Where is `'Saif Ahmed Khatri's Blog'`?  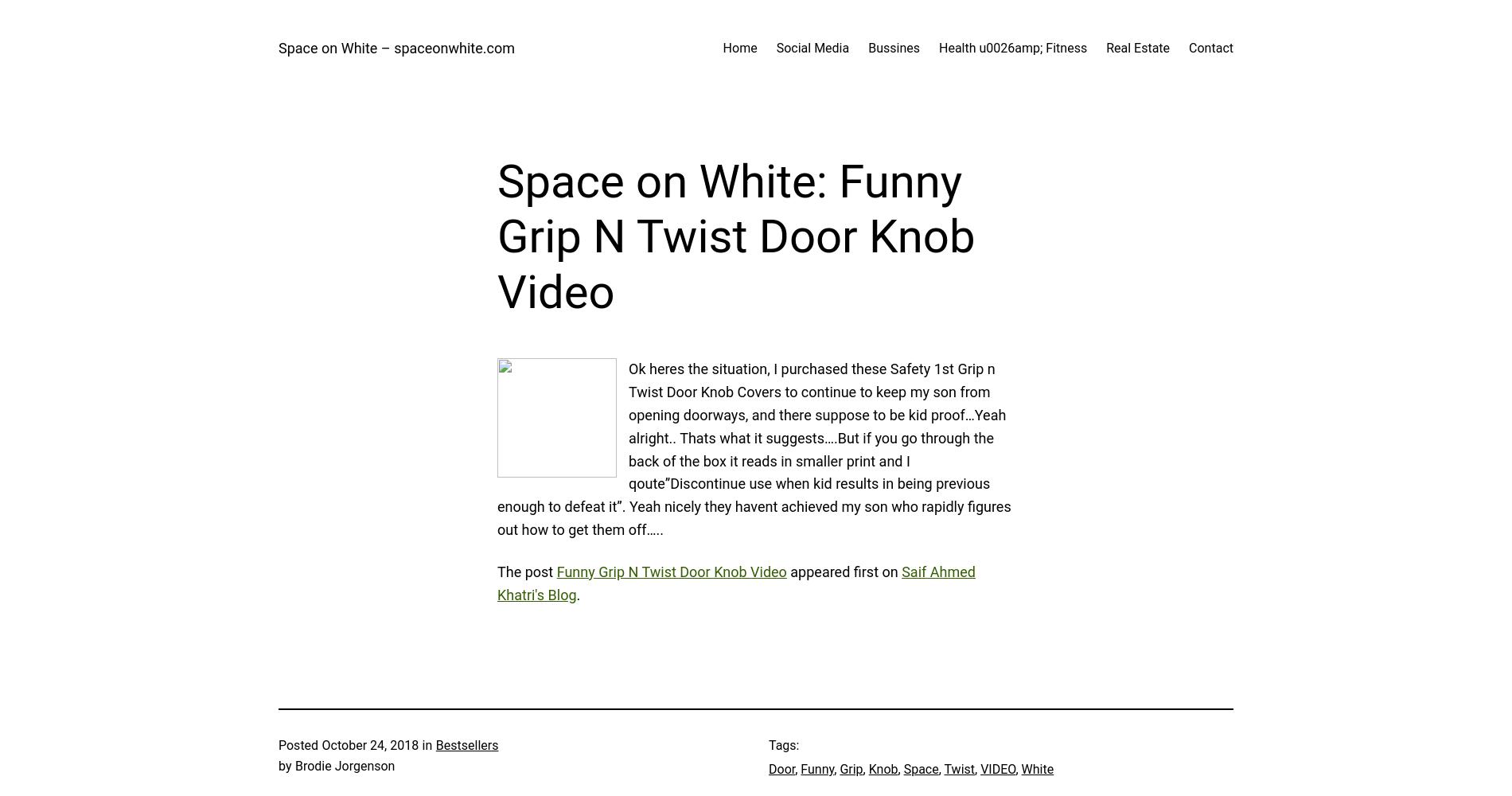
'Saif Ahmed Khatri's Blog' is located at coordinates (497, 582).